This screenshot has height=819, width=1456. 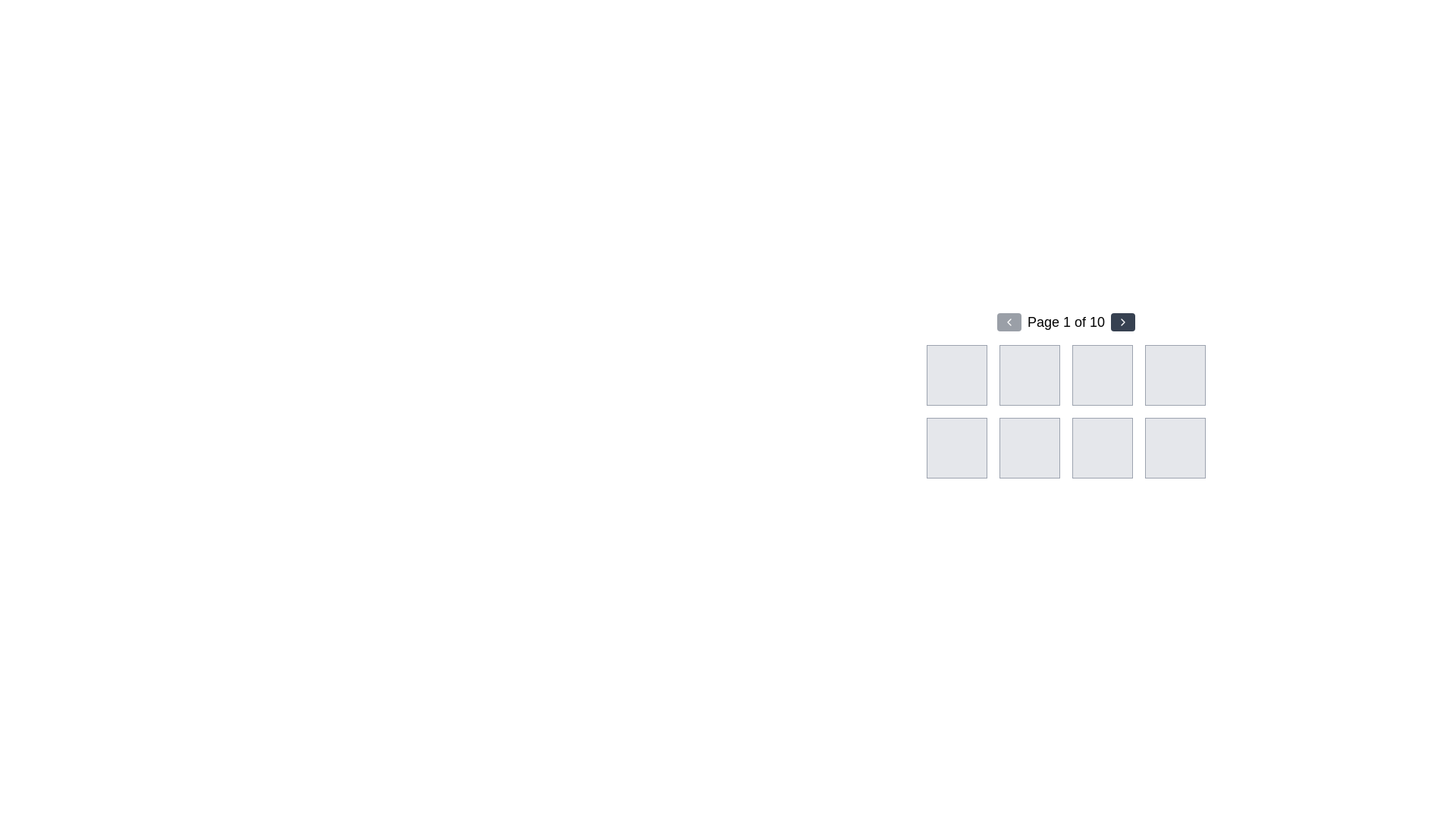 I want to click on the third box in the first row of a 4x2 grid layout, positioned near the upper-right section of the interface, so click(x=1103, y=375).